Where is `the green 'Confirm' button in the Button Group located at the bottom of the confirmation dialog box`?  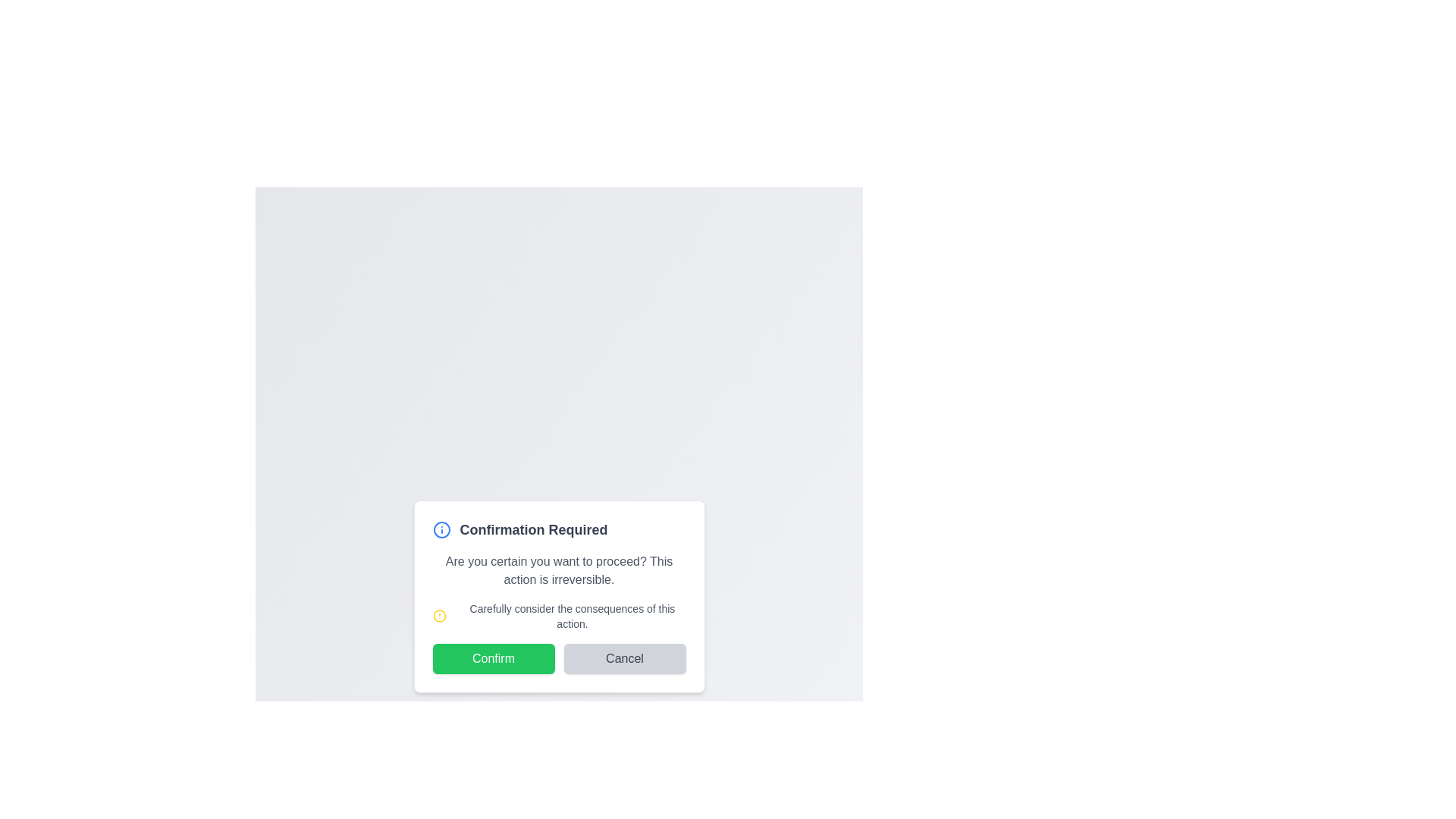 the green 'Confirm' button in the Button Group located at the bottom of the confirmation dialog box is located at coordinates (558, 657).